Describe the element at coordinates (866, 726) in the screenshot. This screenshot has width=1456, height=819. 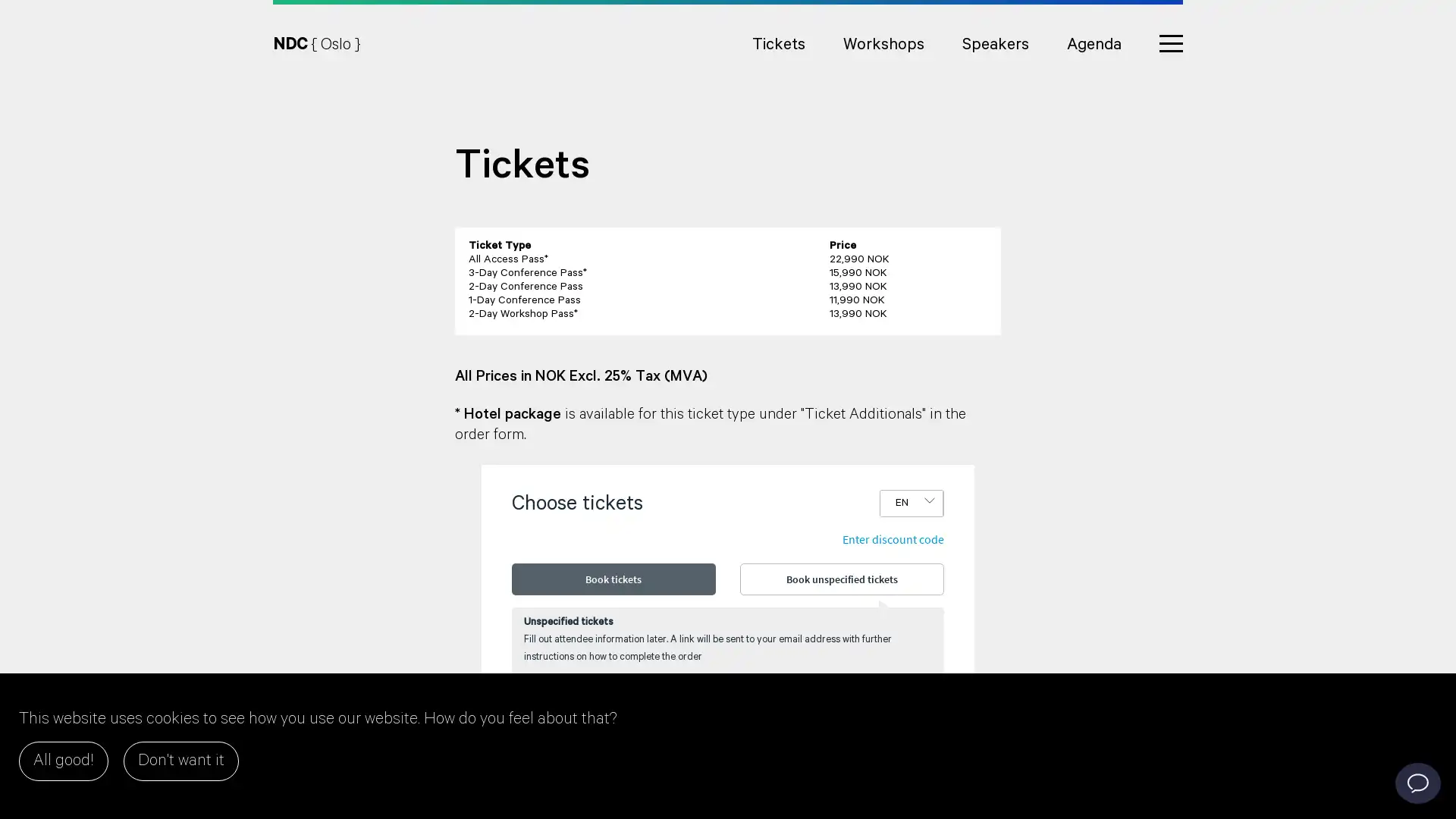
I see `Remove one ticket` at that location.